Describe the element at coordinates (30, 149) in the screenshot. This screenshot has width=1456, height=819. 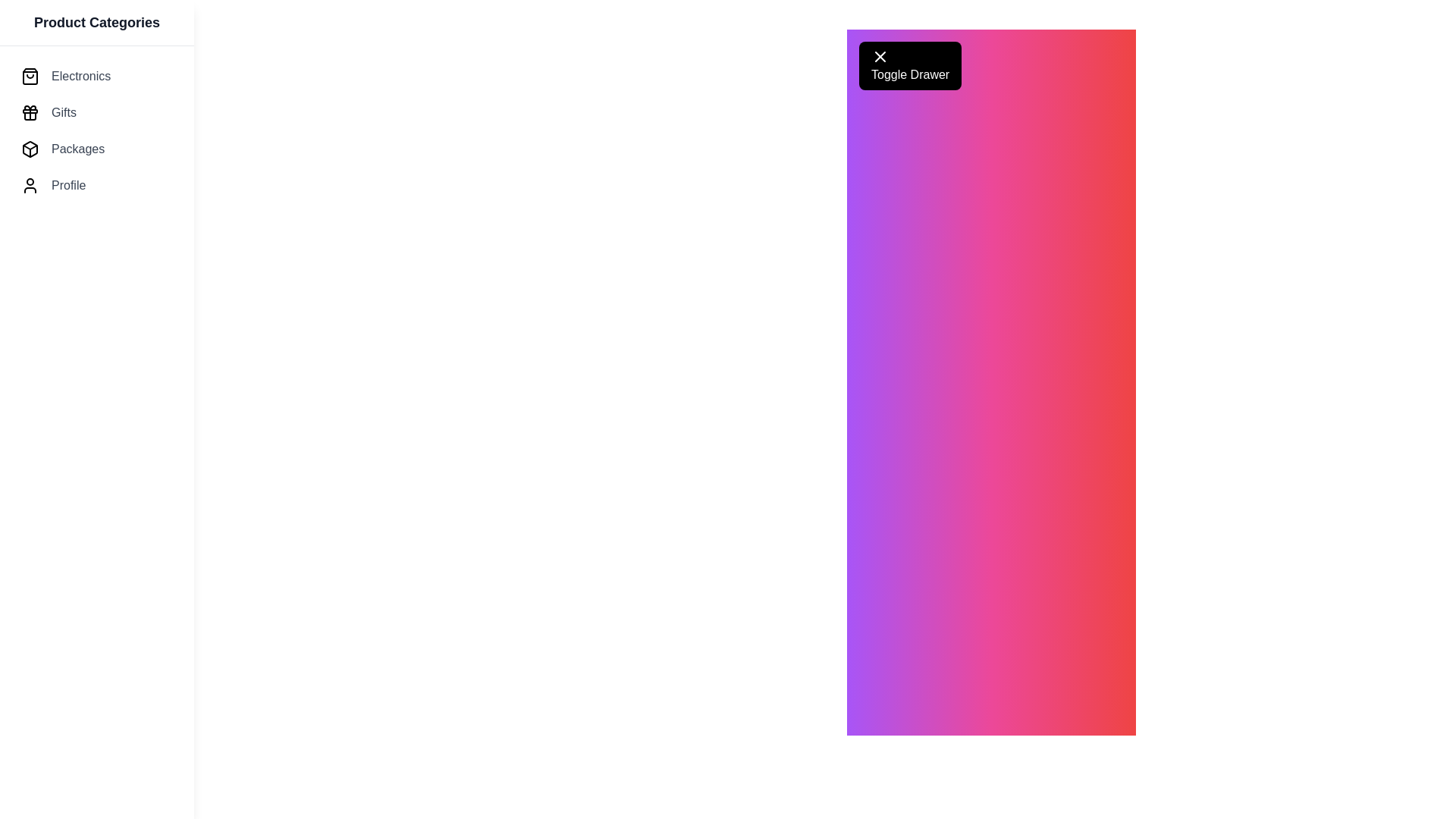
I see `the icon representing the Packages category` at that location.